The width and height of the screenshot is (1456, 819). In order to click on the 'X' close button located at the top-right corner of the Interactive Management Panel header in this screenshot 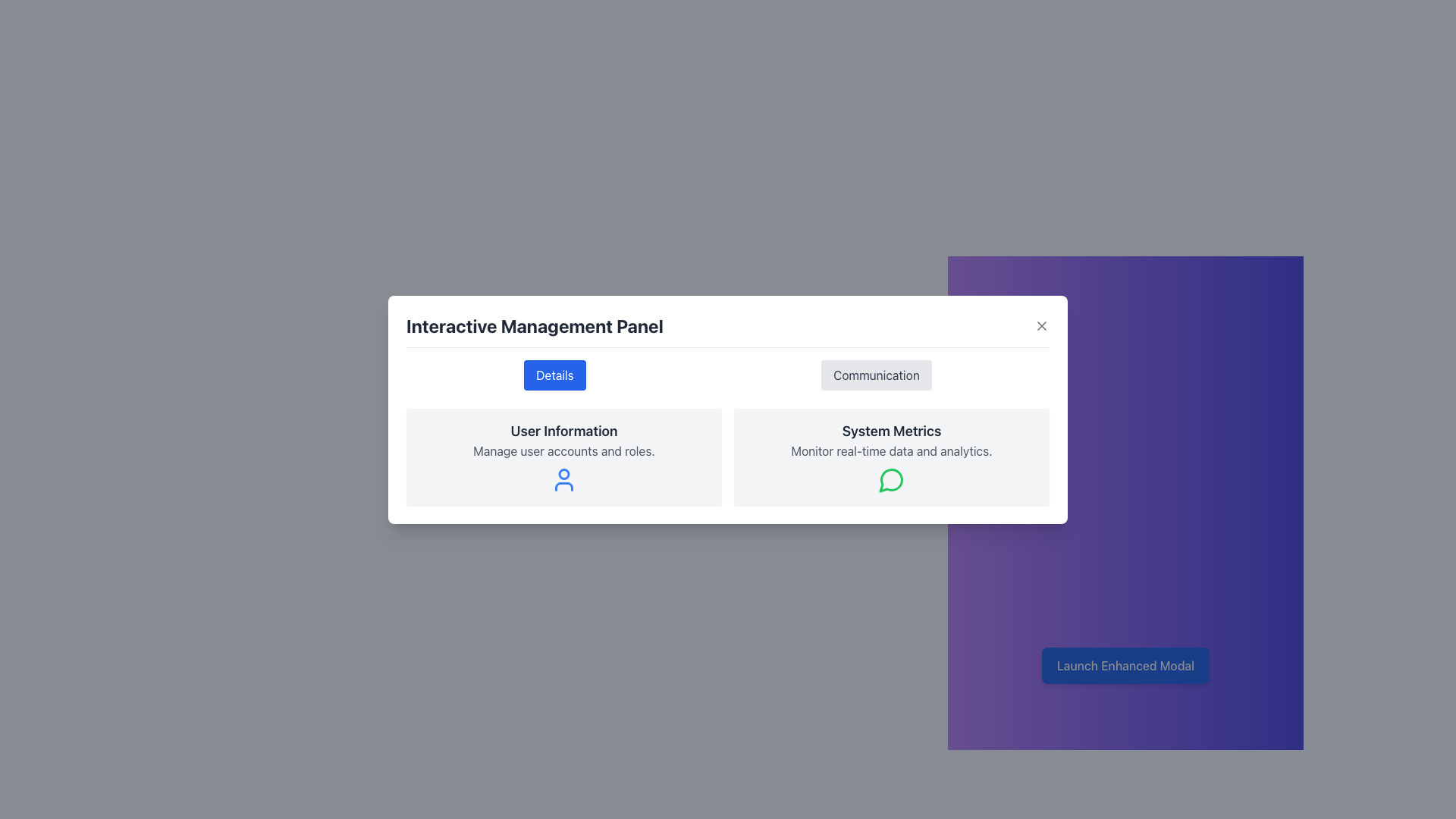, I will do `click(1040, 325)`.